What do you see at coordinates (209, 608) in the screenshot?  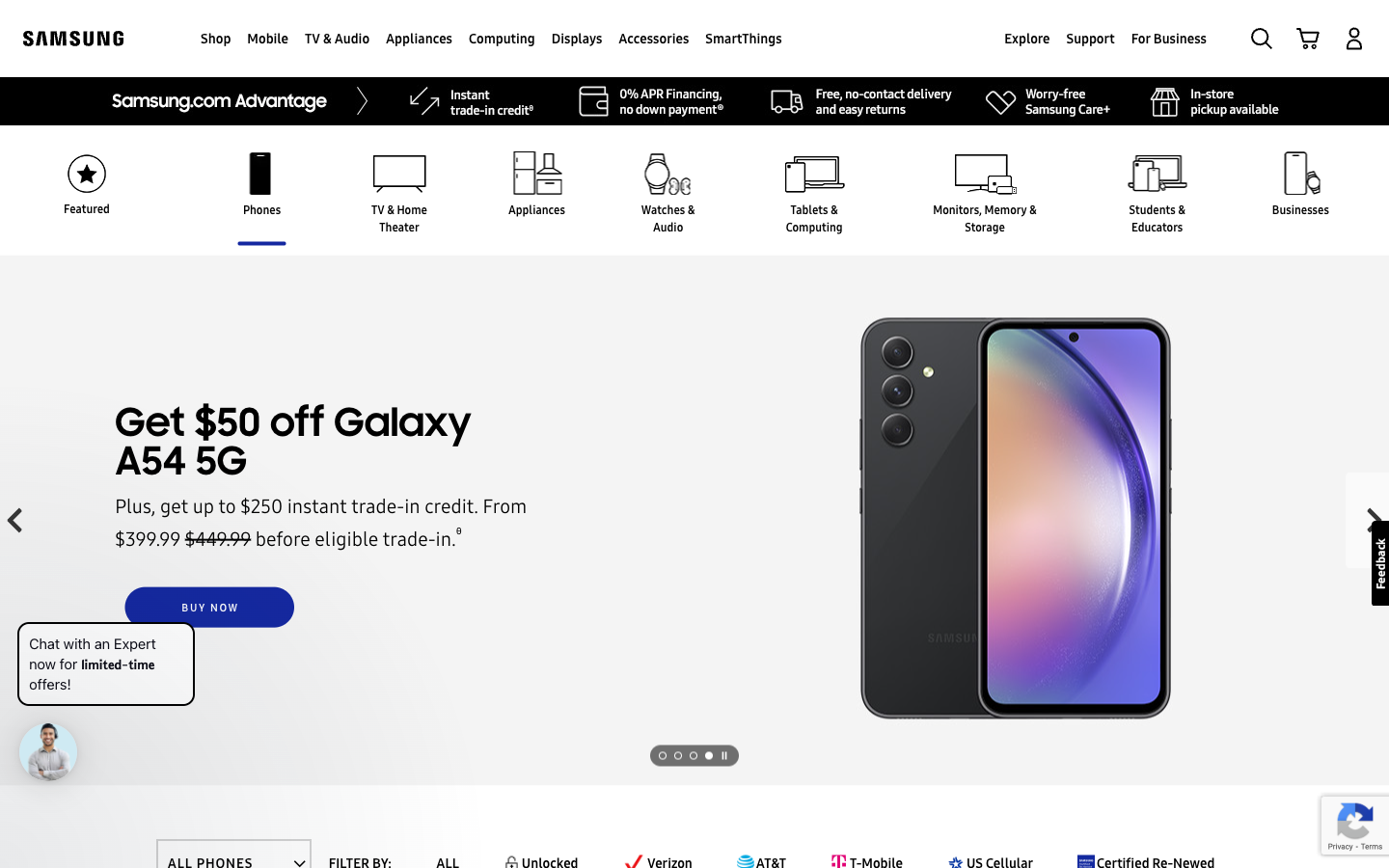 I see `the page to buy the Galaxy A54 5G` at bounding box center [209, 608].